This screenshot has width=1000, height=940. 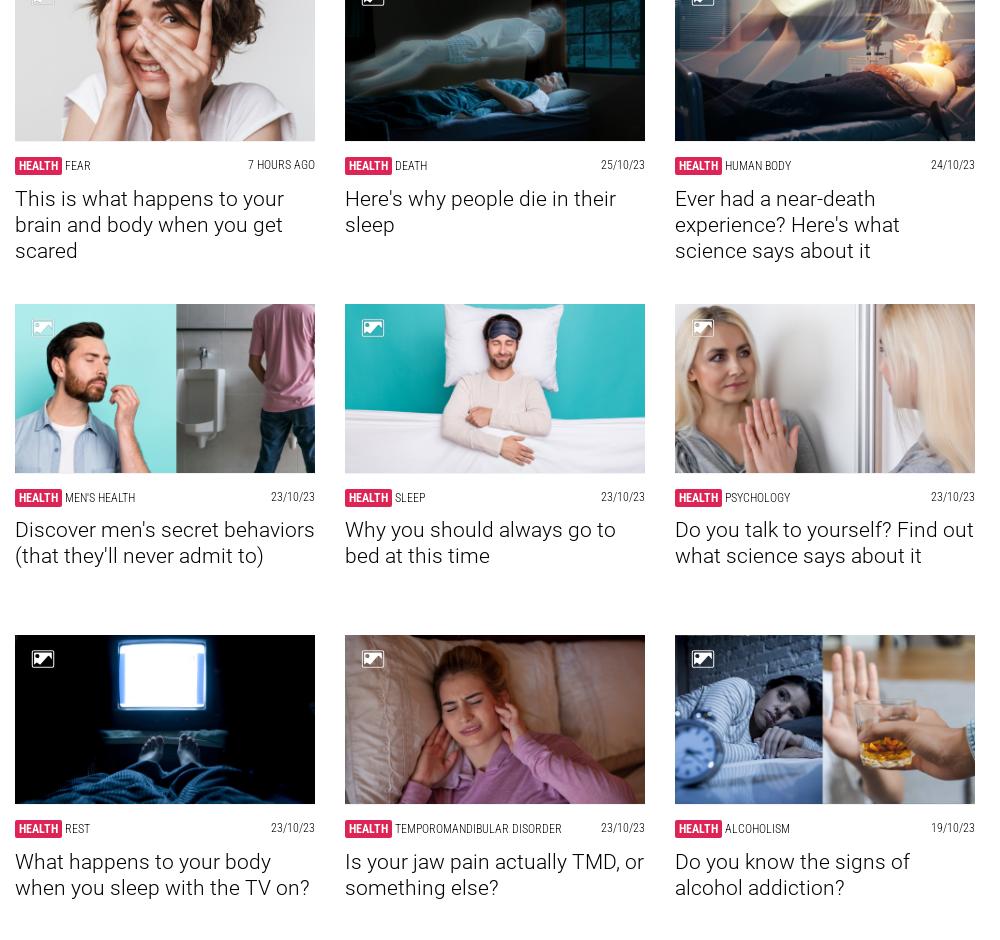 I want to click on '7 hours ago', so click(x=281, y=164).